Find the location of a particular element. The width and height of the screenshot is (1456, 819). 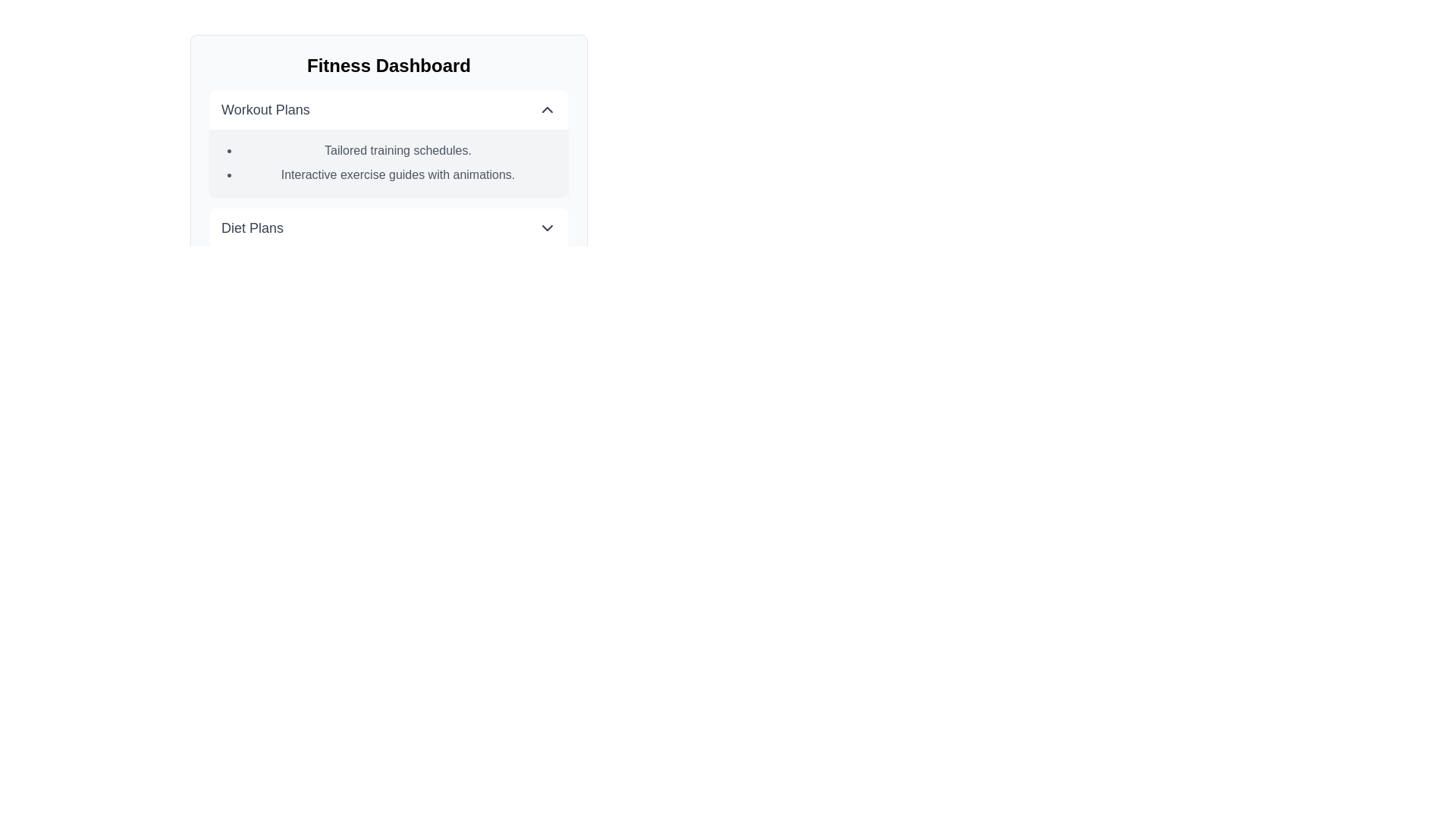

text content from the bullet points in the 'Workout Plans' section, which provides information about training schedules and exercise guides is located at coordinates (389, 163).